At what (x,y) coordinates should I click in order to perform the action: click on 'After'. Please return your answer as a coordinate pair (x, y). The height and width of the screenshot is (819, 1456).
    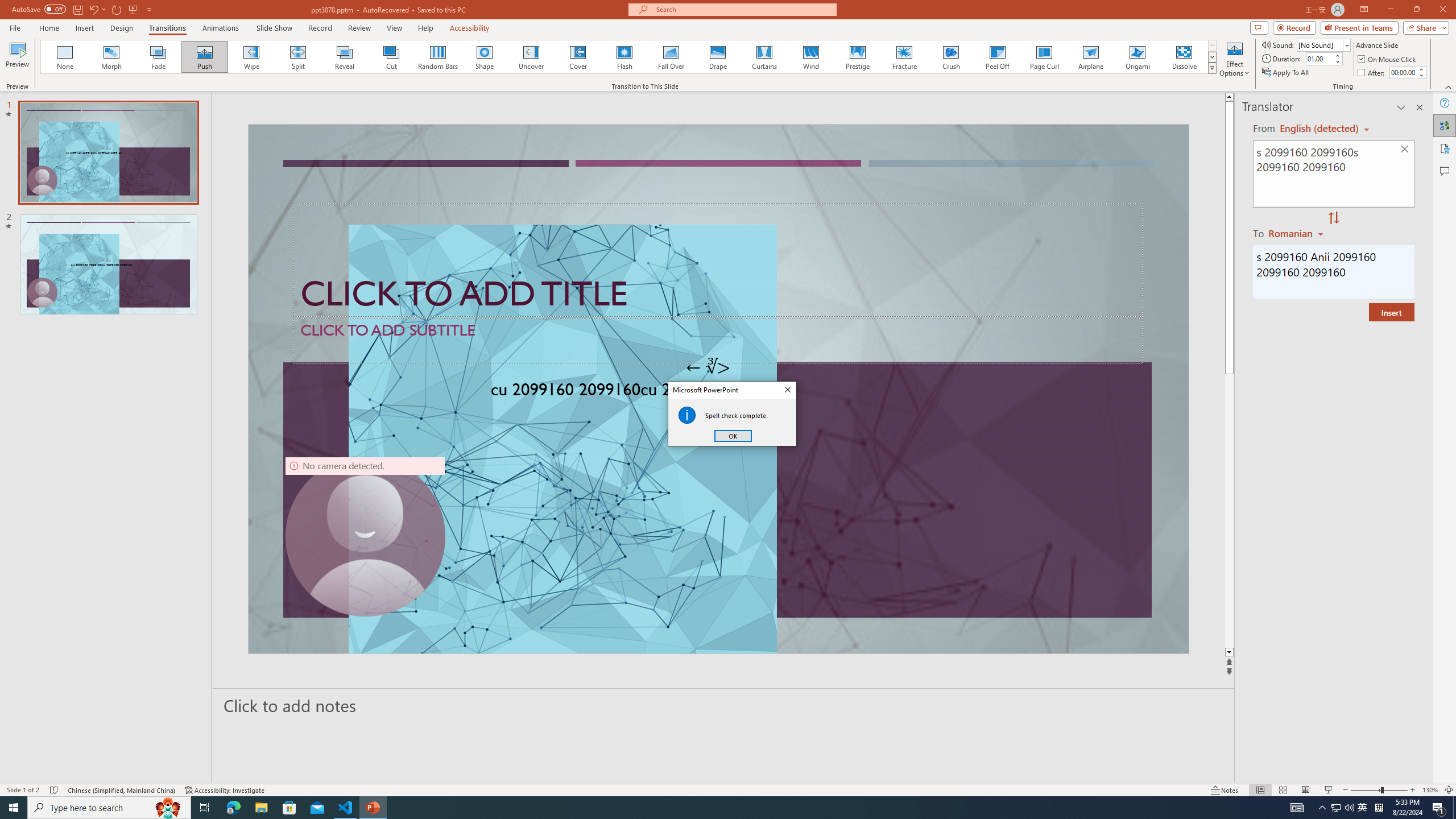
    Looking at the image, I should click on (1372, 72).